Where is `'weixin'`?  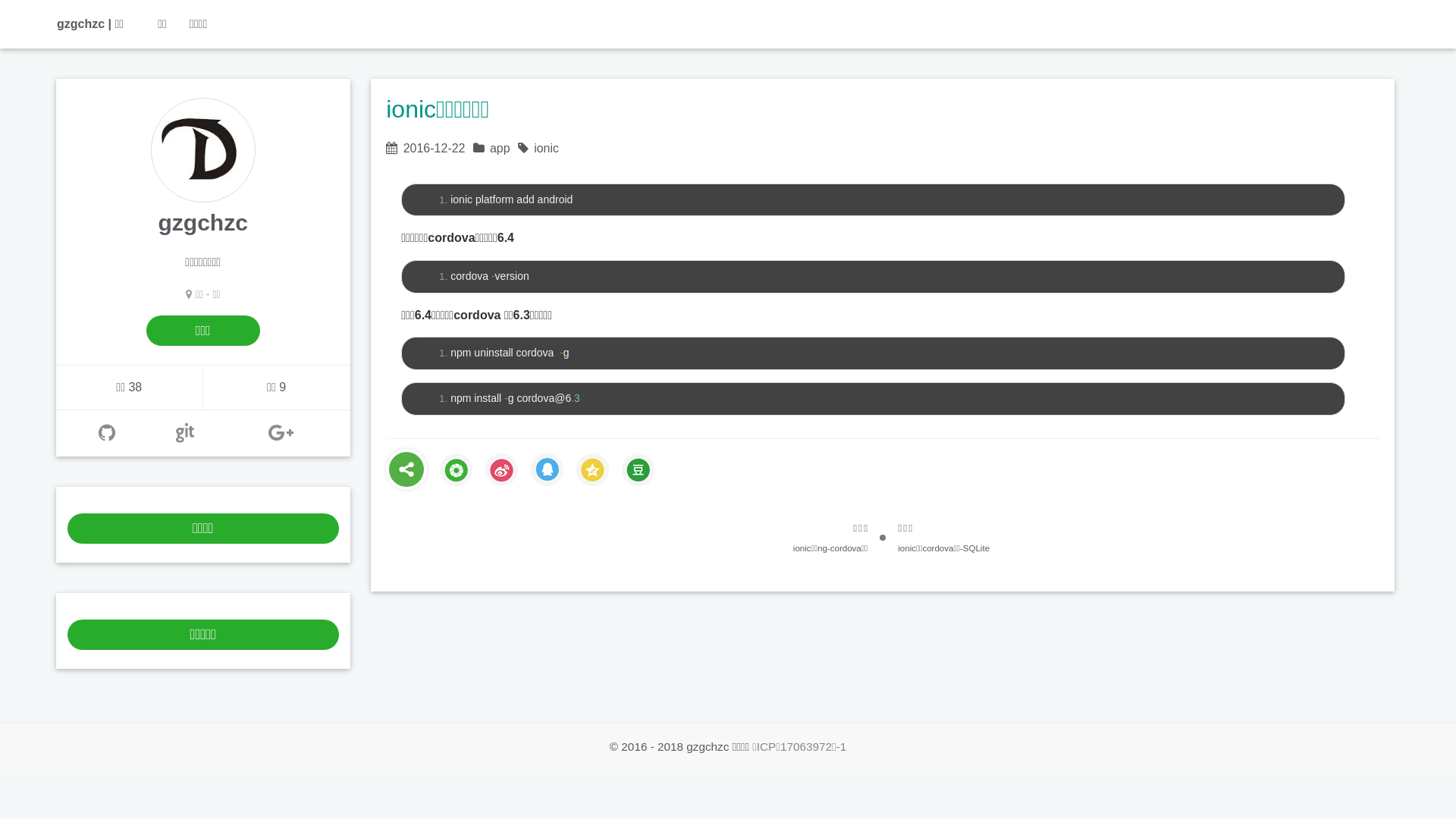
'weixin' is located at coordinates (455, 469).